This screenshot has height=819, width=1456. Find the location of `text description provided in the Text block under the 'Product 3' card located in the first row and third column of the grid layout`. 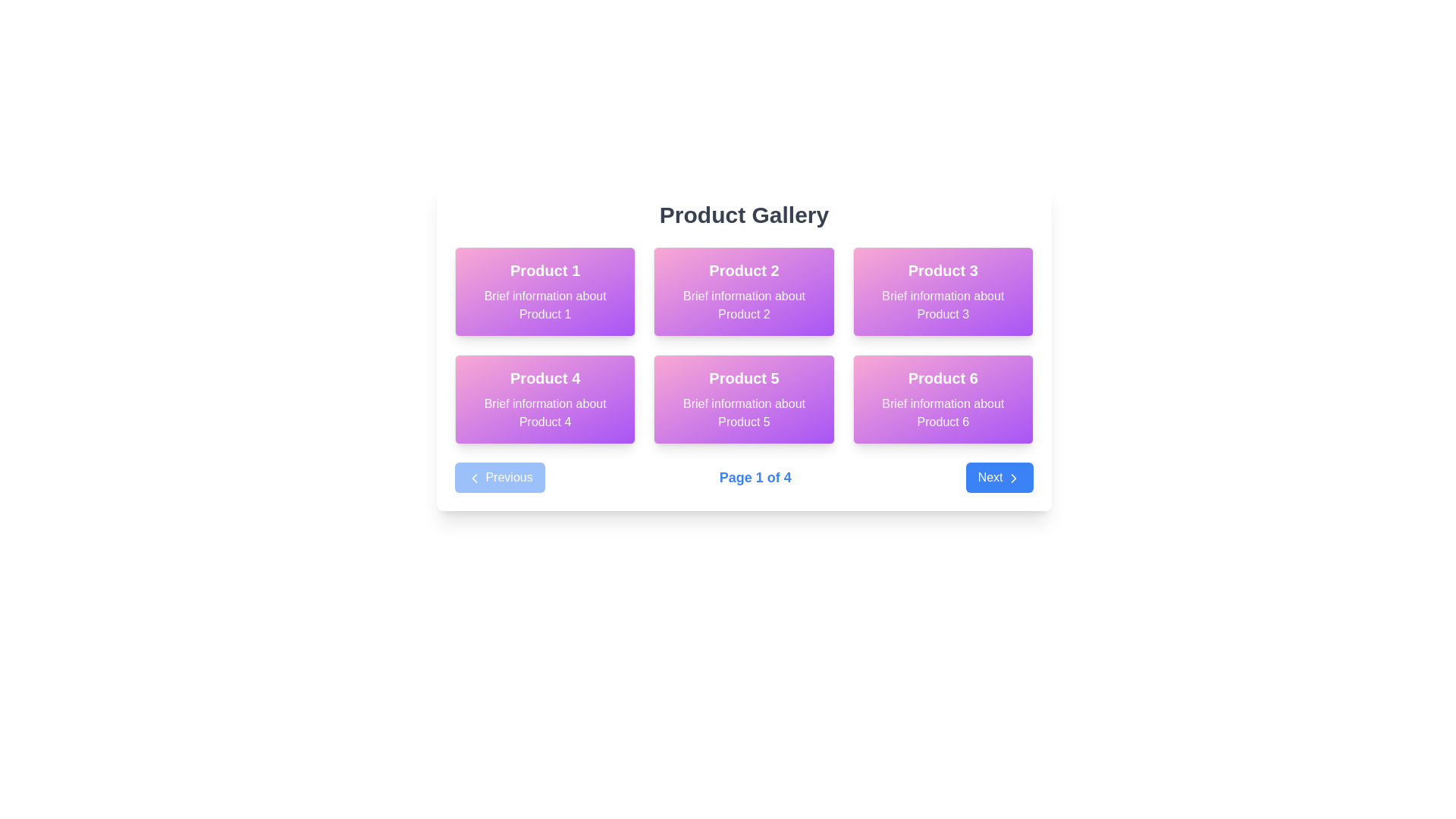

text description provided in the Text block under the 'Product 3' card located in the first row and third column of the grid layout is located at coordinates (942, 305).